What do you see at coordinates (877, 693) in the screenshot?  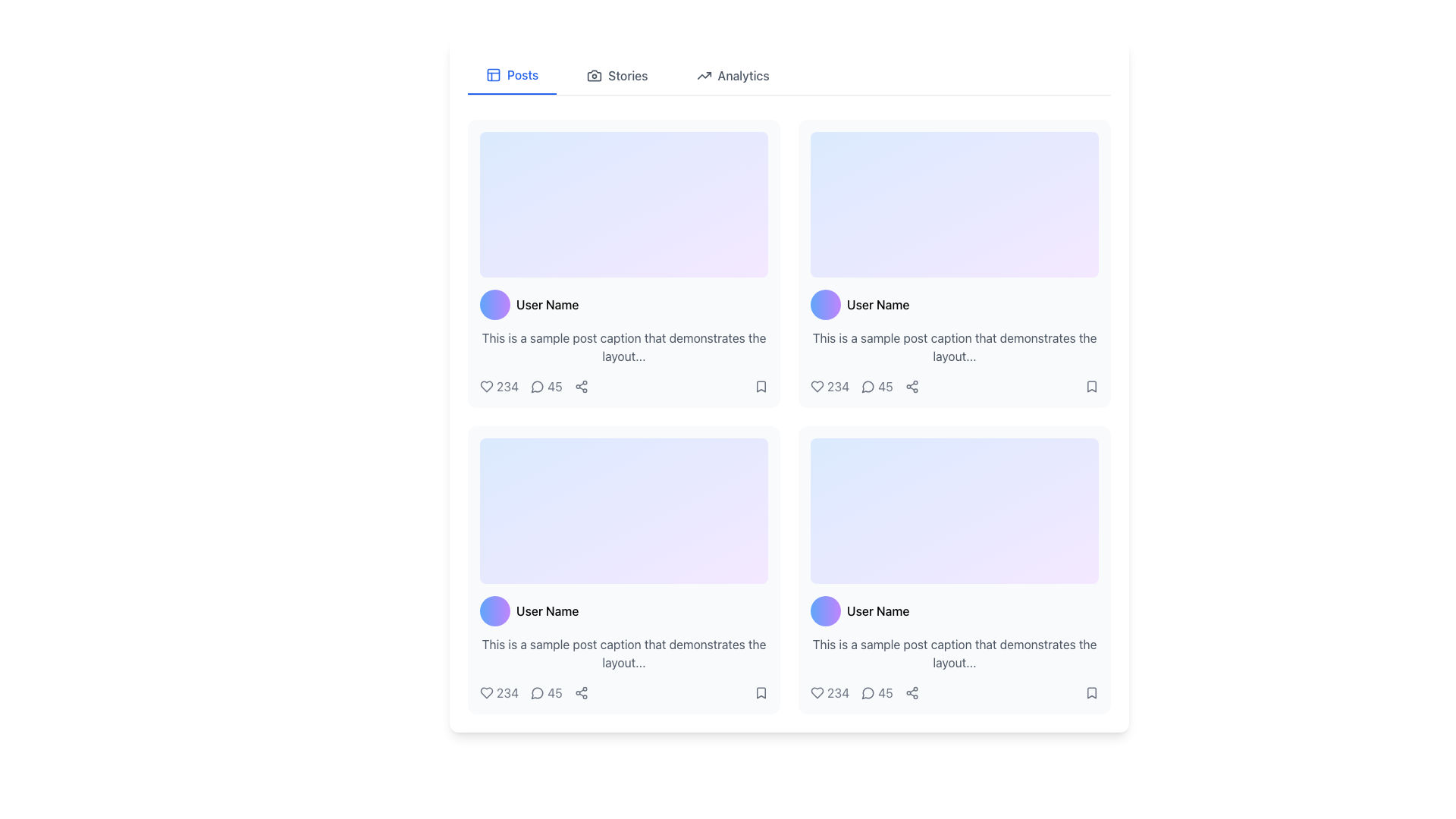 I see `the interactive numerical label representing the number of comments on the associated post` at bounding box center [877, 693].